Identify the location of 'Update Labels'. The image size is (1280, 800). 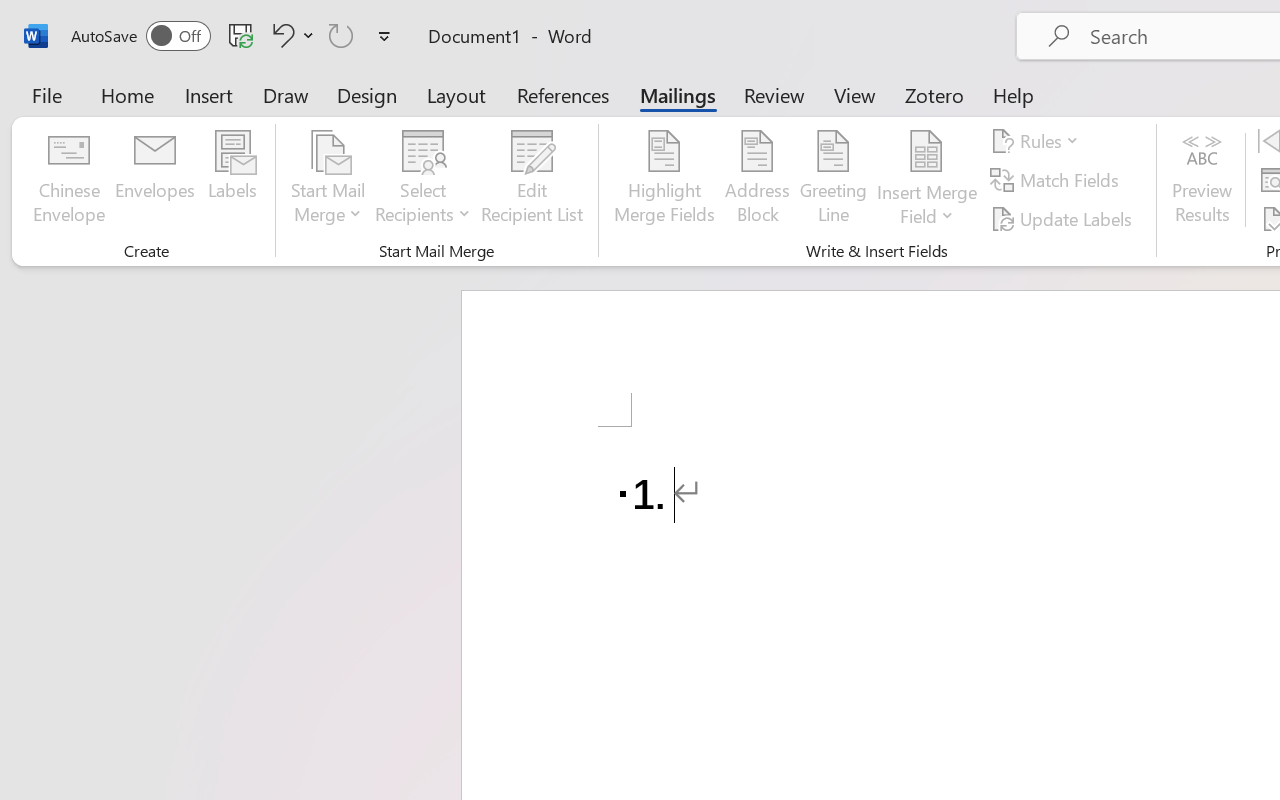
(1063, 218).